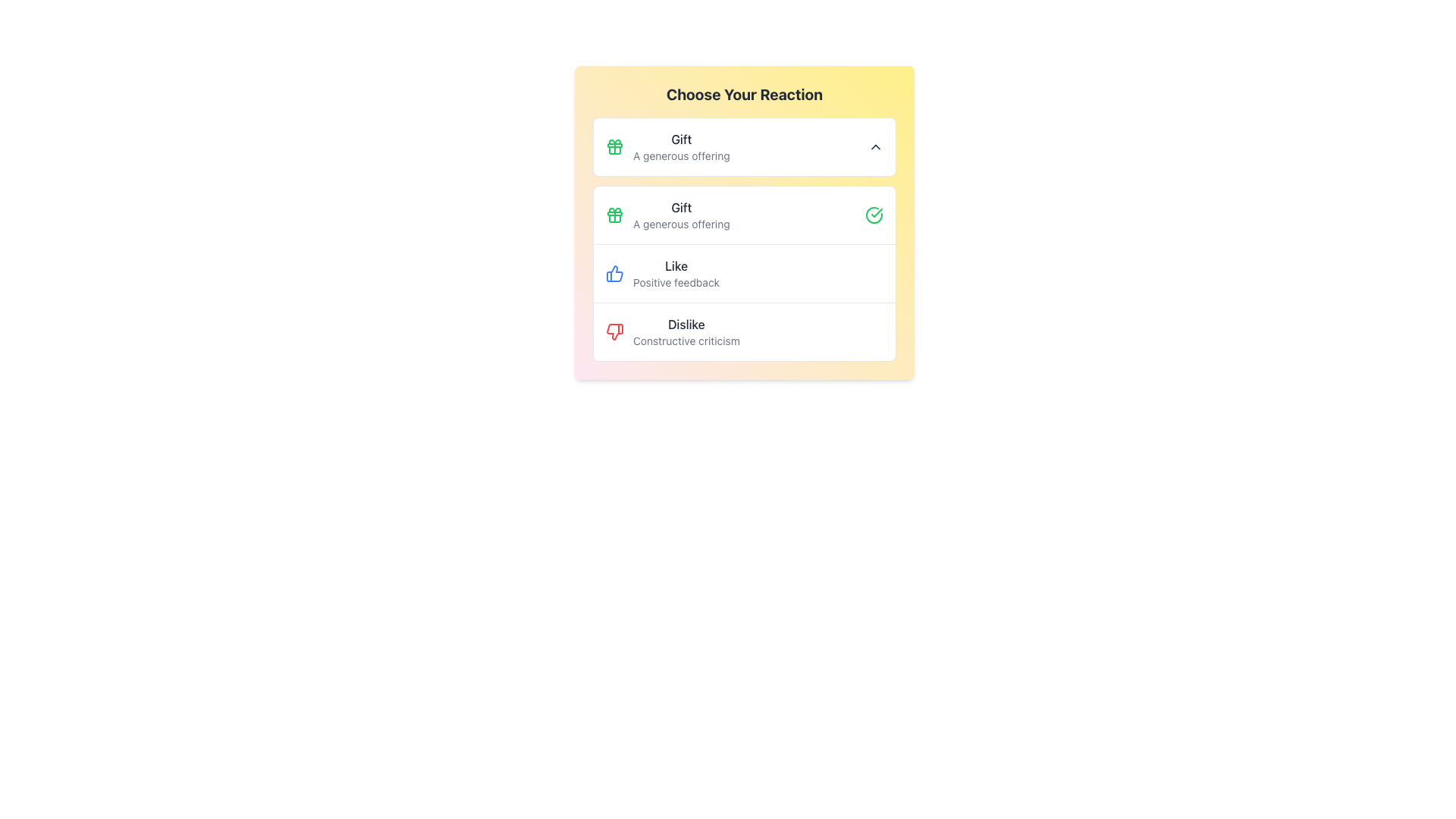 The height and width of the screenshot is (819, 1456). What do you see at coordinates (745, 215) in the screenshot?
I see `the selectable list item labeled 'Gift' with a subtitle 'A generous offering'` at bounding box center [745, 215].